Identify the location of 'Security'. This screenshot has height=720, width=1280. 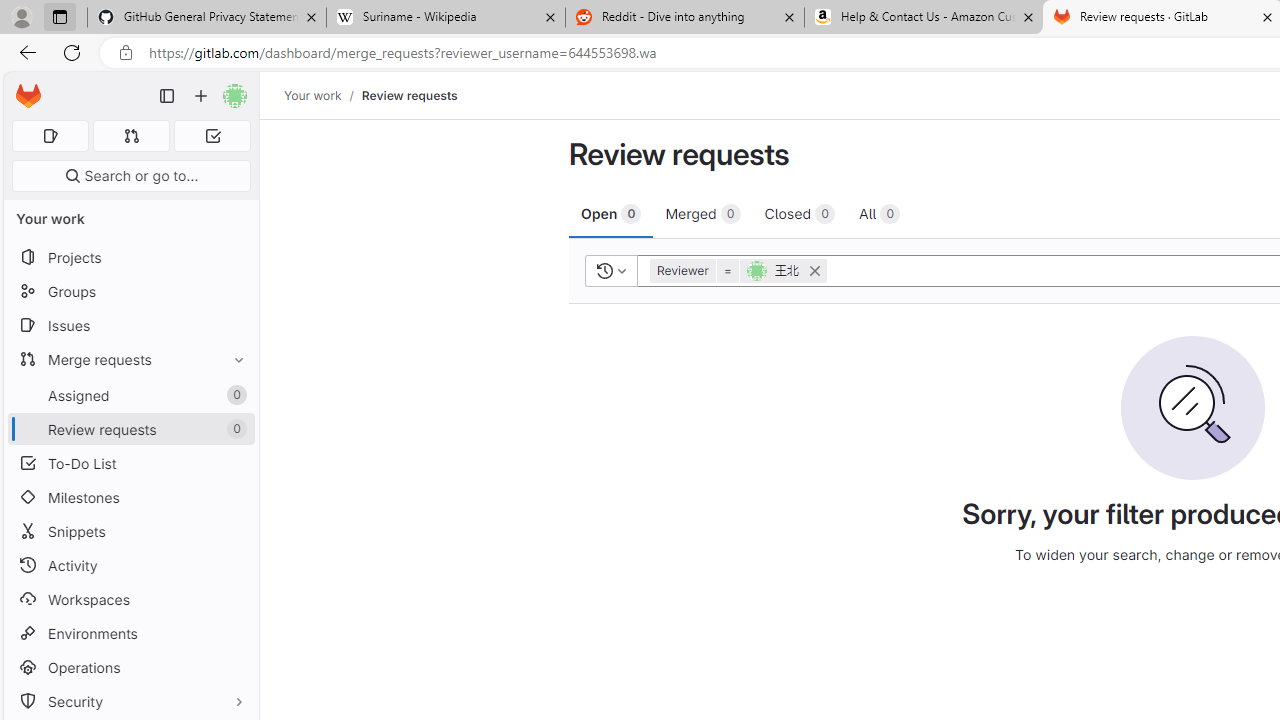
(130, 700).